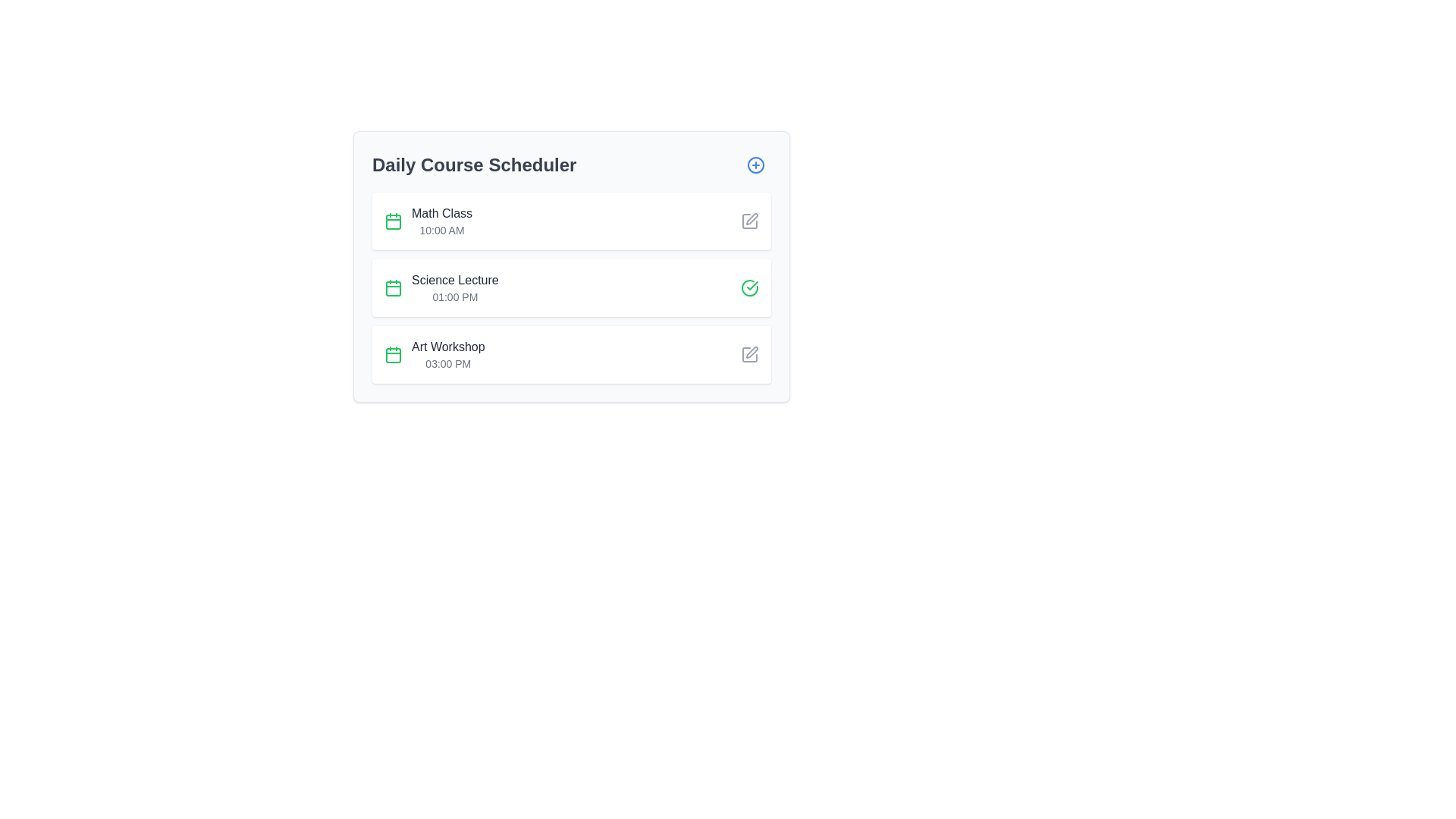 The height and width of the screenshot is (819, 1456). I want to click on the 'Add' button located at the top-right corner of the 'Daily Course Scheduler' box, so click(756, 165).